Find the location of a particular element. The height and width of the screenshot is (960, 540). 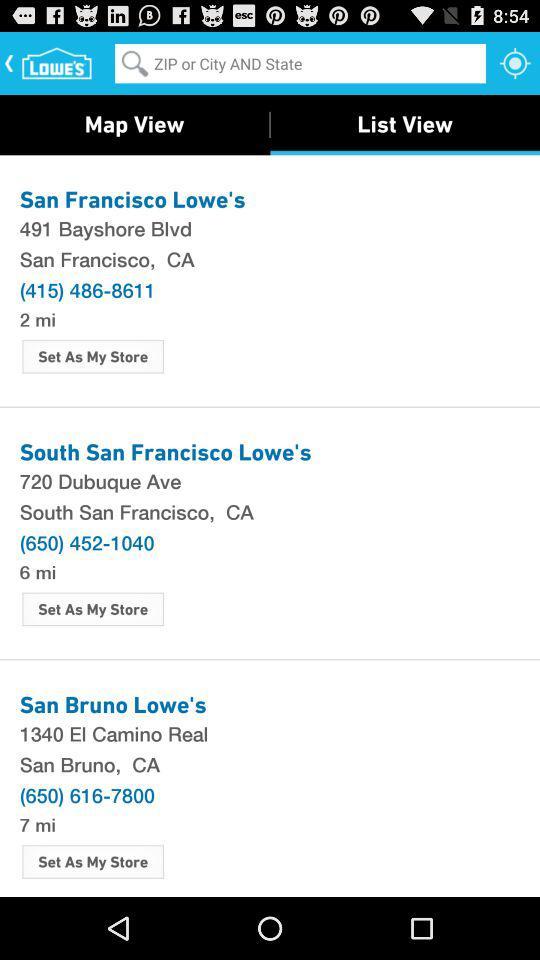

(415) 486-8611 item is located at coordinates (86, 288).